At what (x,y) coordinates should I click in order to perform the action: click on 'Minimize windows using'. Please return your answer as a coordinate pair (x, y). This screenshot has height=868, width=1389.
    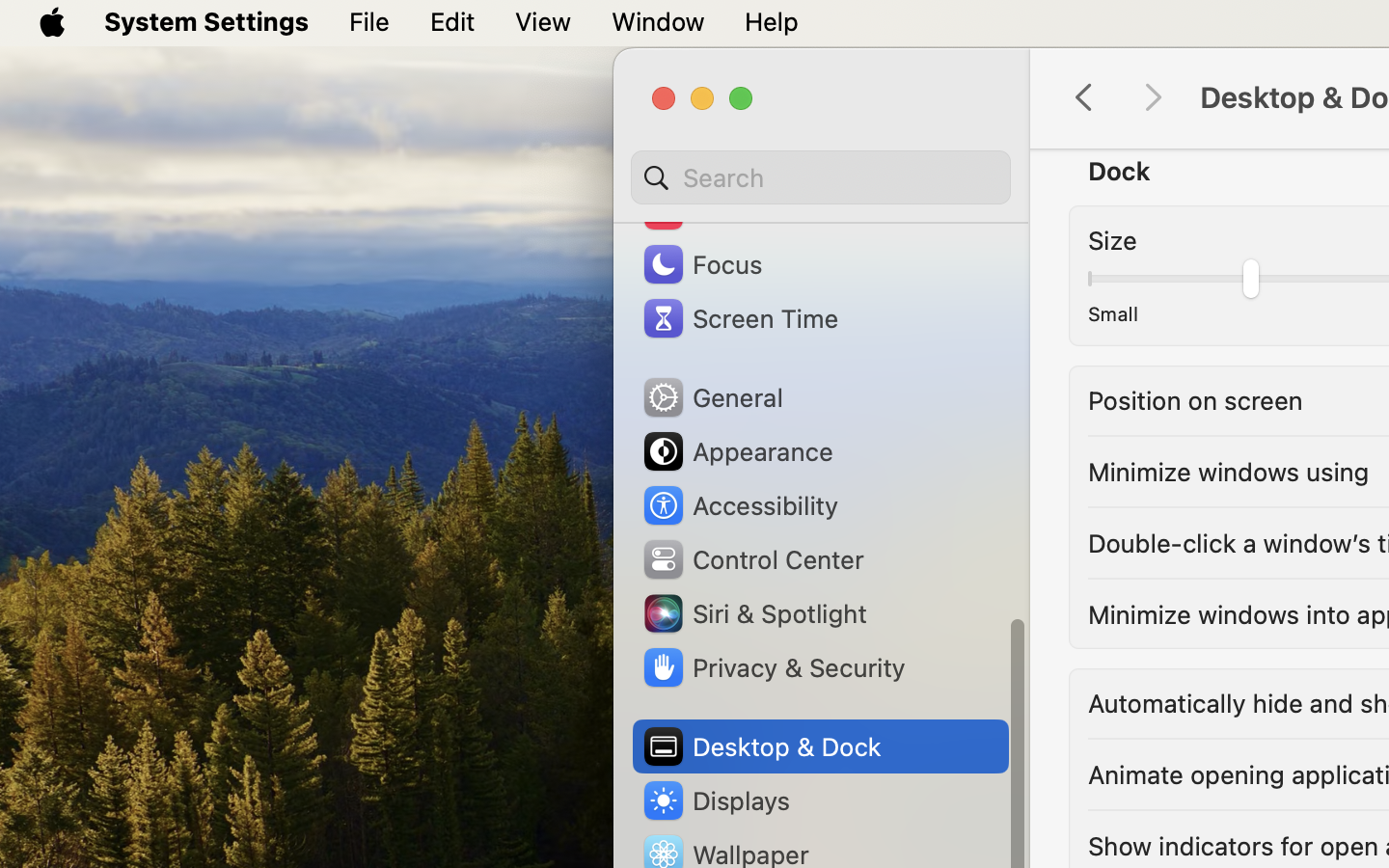
    Looking at the image, I should click on (1228, 469).